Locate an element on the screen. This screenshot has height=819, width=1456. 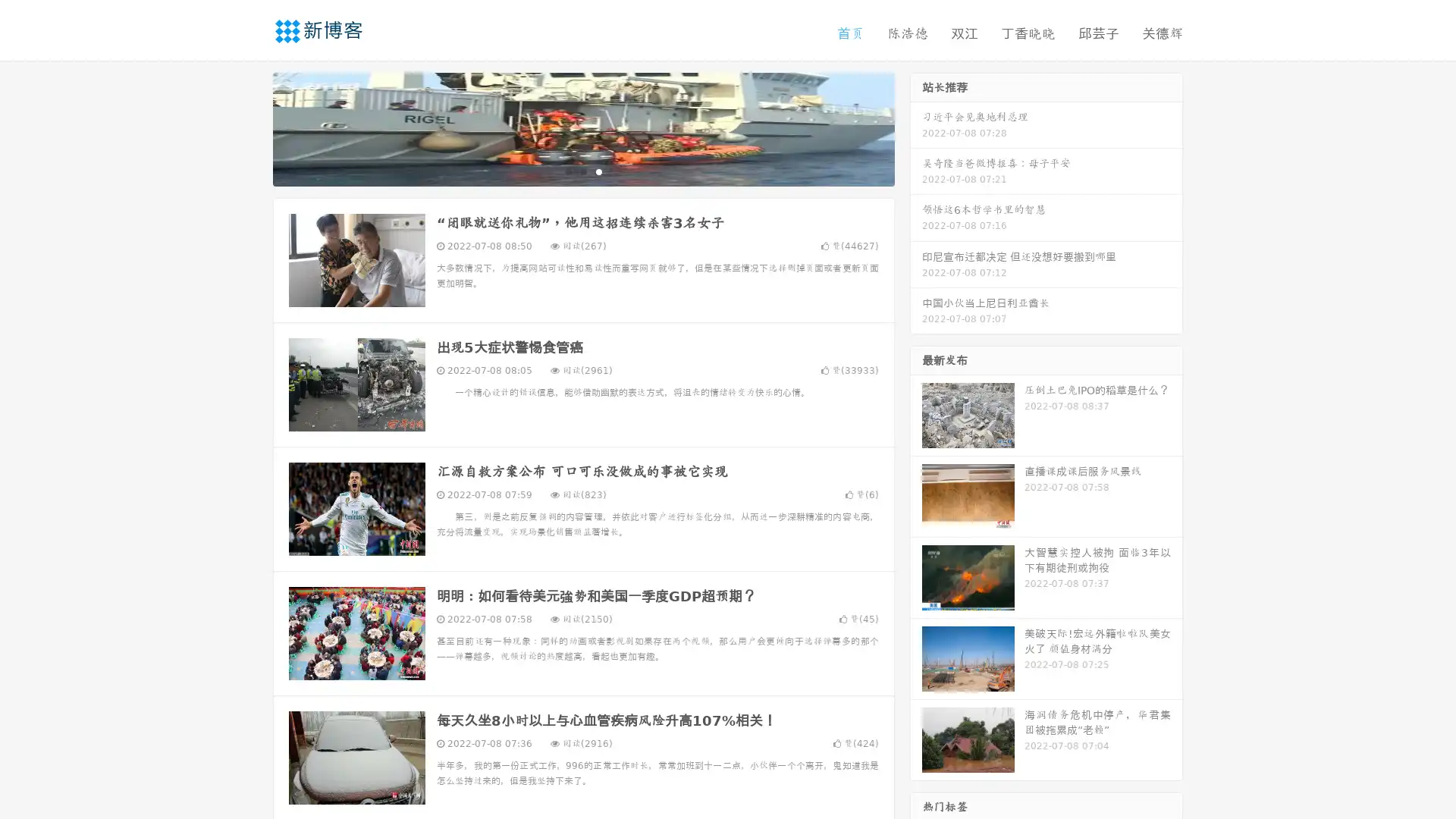
Go to slide 3 is located at coordinates (598, 171).